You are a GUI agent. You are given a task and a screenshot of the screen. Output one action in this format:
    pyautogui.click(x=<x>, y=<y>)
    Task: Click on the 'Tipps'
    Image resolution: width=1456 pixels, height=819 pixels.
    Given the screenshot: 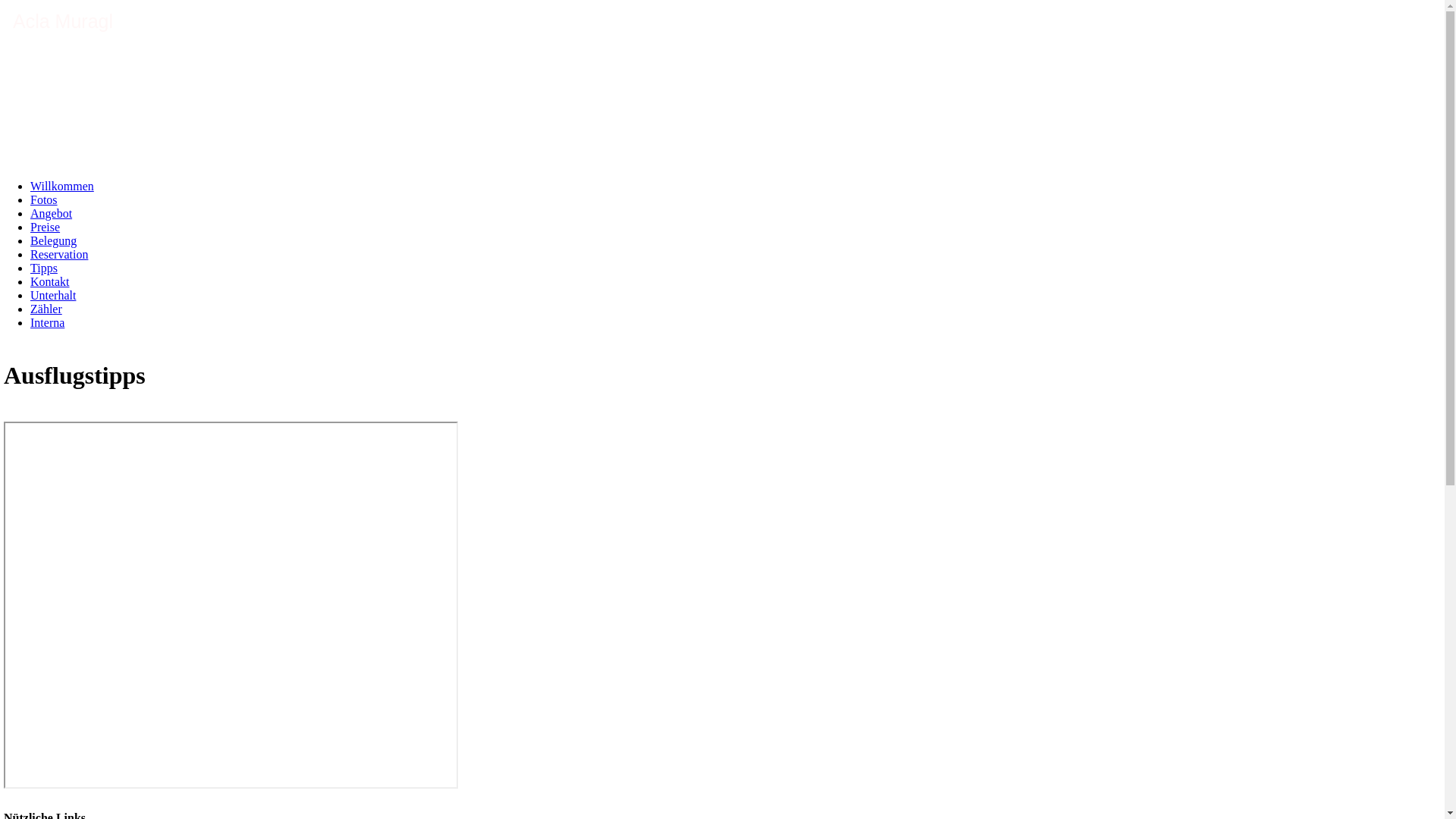 What is the action you would take?
    pyautogui.click(x=43, y=267)
    